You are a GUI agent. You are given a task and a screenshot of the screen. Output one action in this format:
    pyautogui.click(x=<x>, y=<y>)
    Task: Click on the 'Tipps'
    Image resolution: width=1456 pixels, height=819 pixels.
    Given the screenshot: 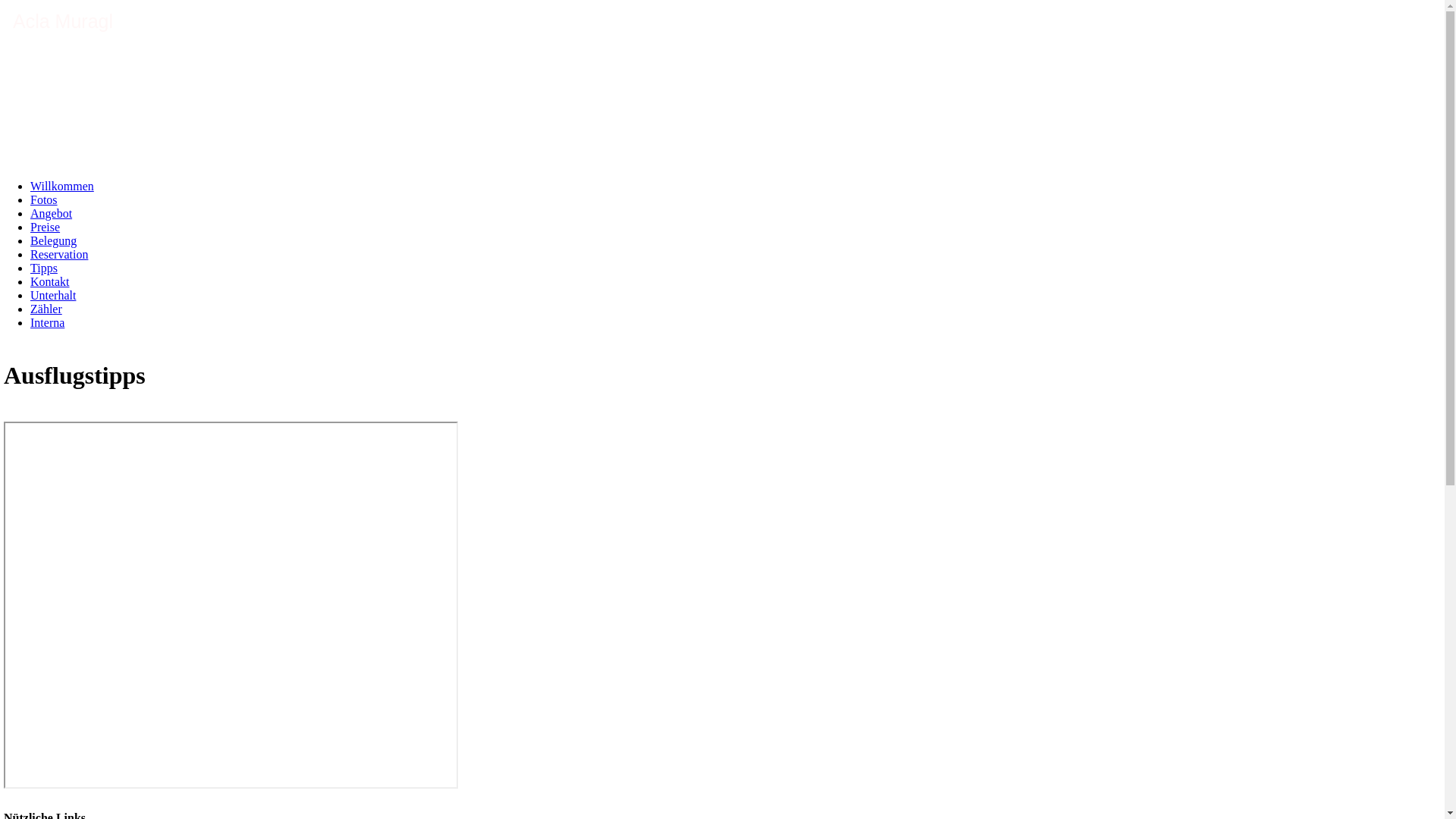 What is the action you would take?
    pyautogui.click(x=43, y=267)
    